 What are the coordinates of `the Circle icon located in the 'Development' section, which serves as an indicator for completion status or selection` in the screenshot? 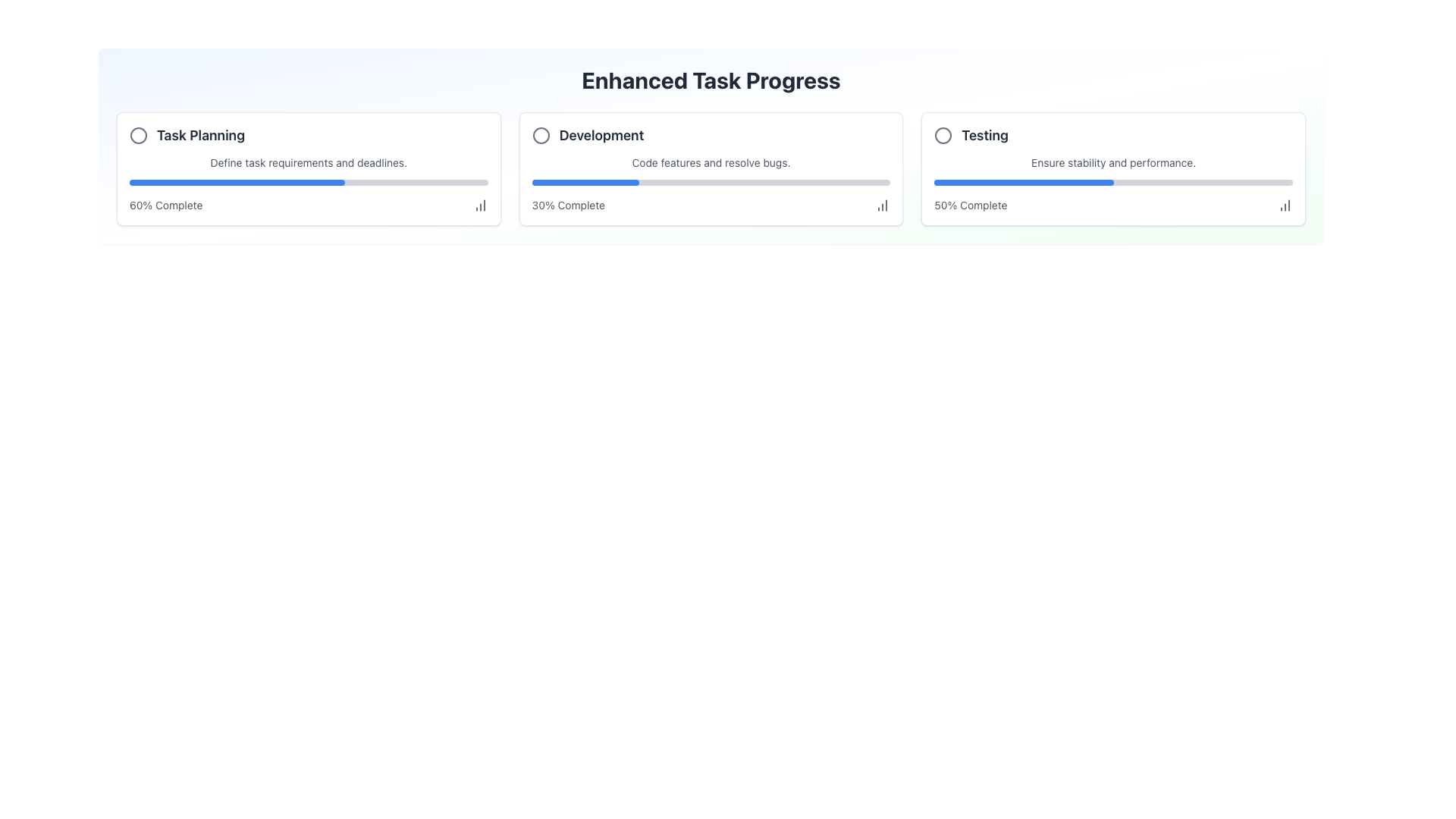 It's located at (541, 134).